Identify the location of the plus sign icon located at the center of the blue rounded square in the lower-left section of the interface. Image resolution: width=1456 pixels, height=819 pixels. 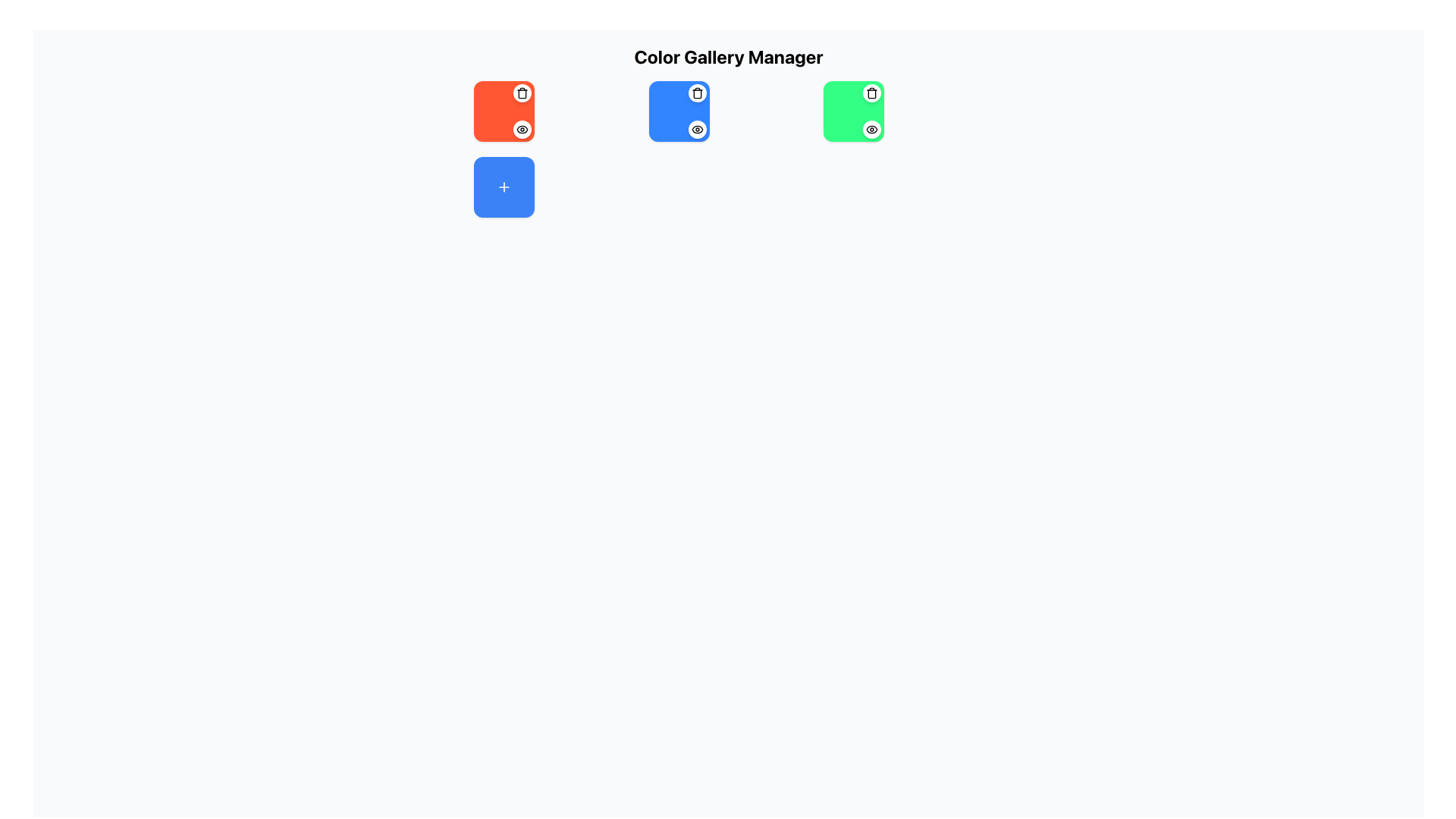
(504, 186).